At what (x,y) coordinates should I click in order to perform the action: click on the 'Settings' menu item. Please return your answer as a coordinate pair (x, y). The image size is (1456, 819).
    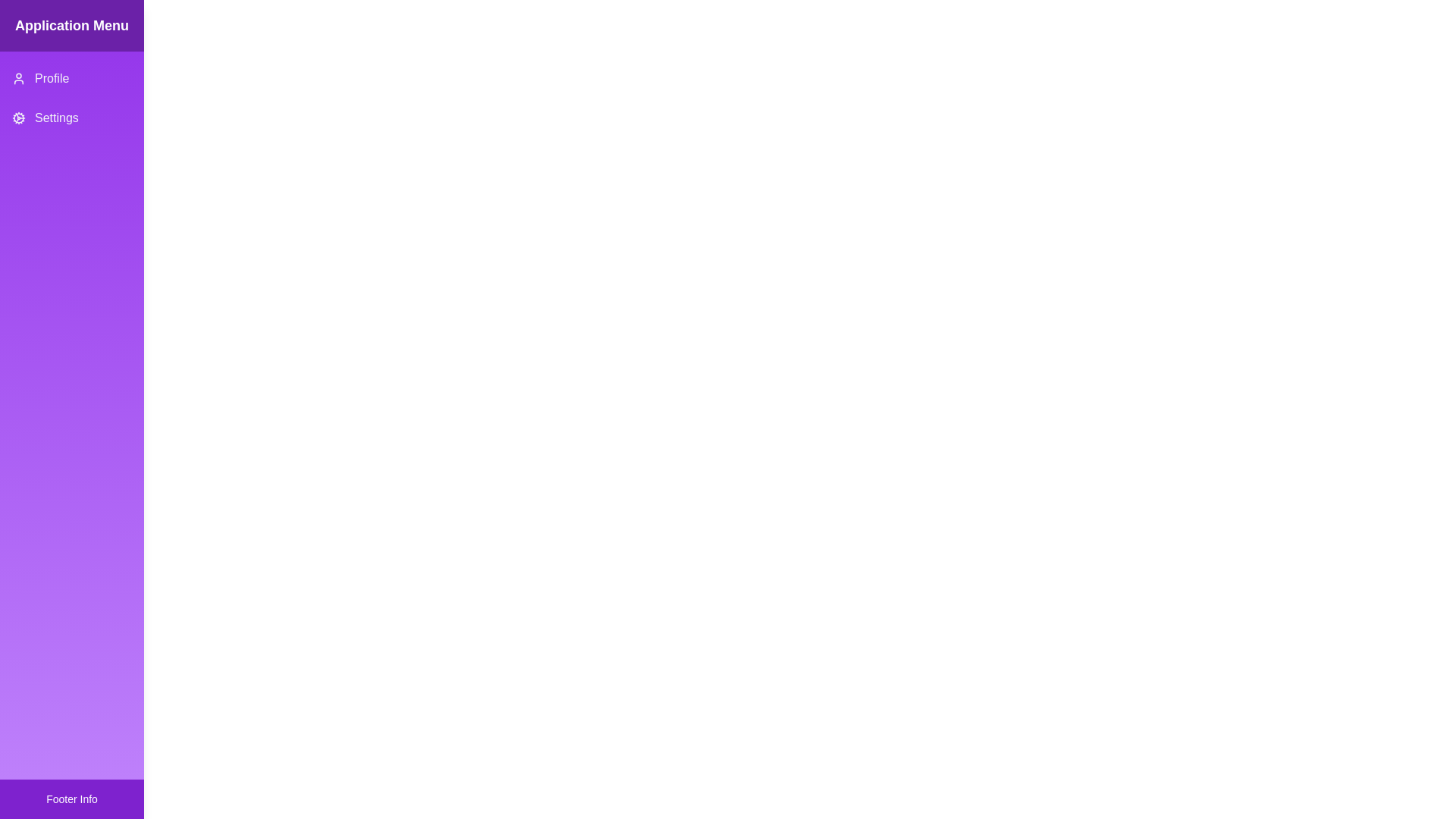
    Looking at the image, I should click on (71, 117).